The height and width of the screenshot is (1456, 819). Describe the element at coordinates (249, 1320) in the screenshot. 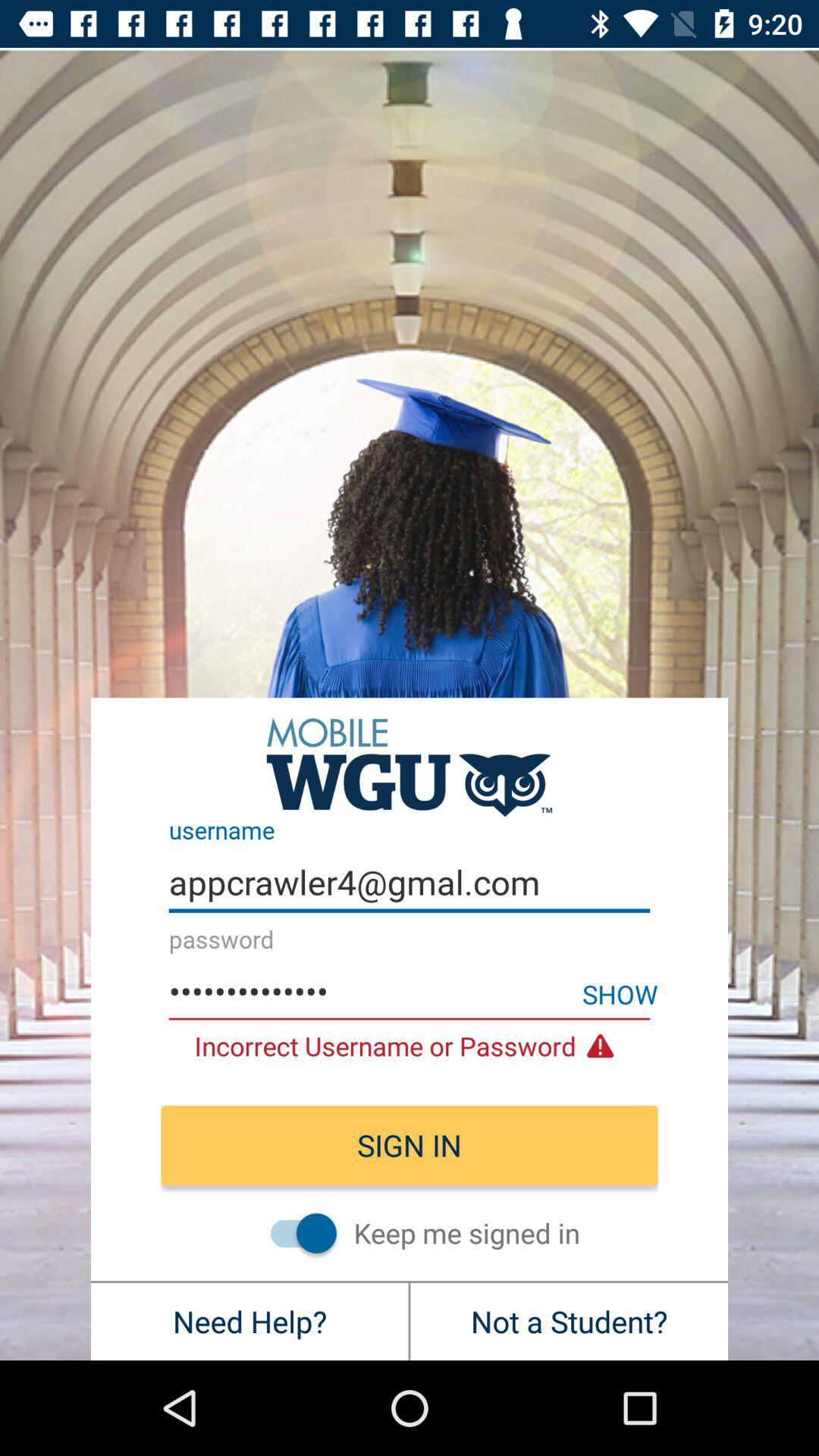

I see `the need help? item` at that location.